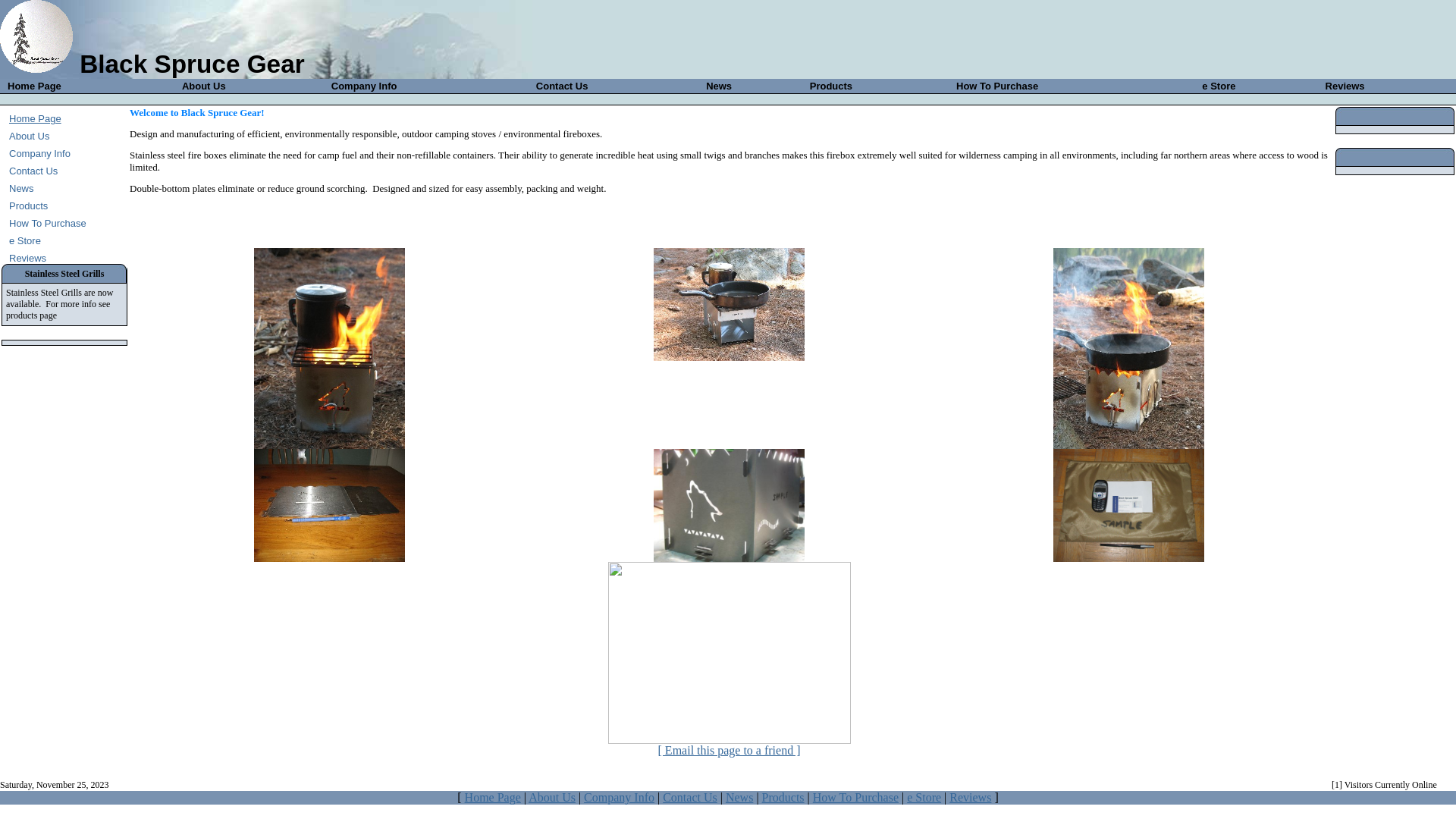 The image size is (1456, 819). Describe the element at coordinates (29, 135) in the screenshot. I see `'About Us'` at that location.